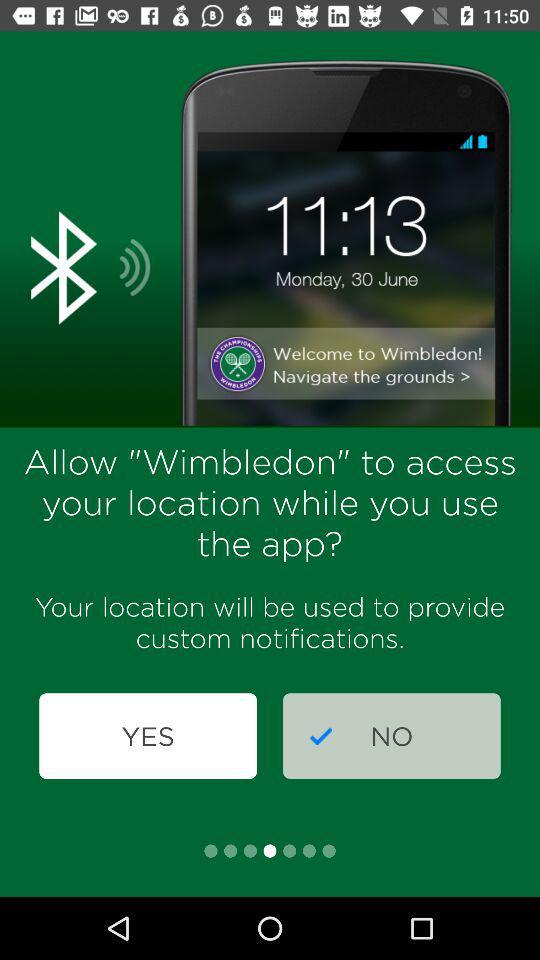 The width and height of the screenshot is (540, 960). I want to click on icon below your location will item, so click(391, 735).